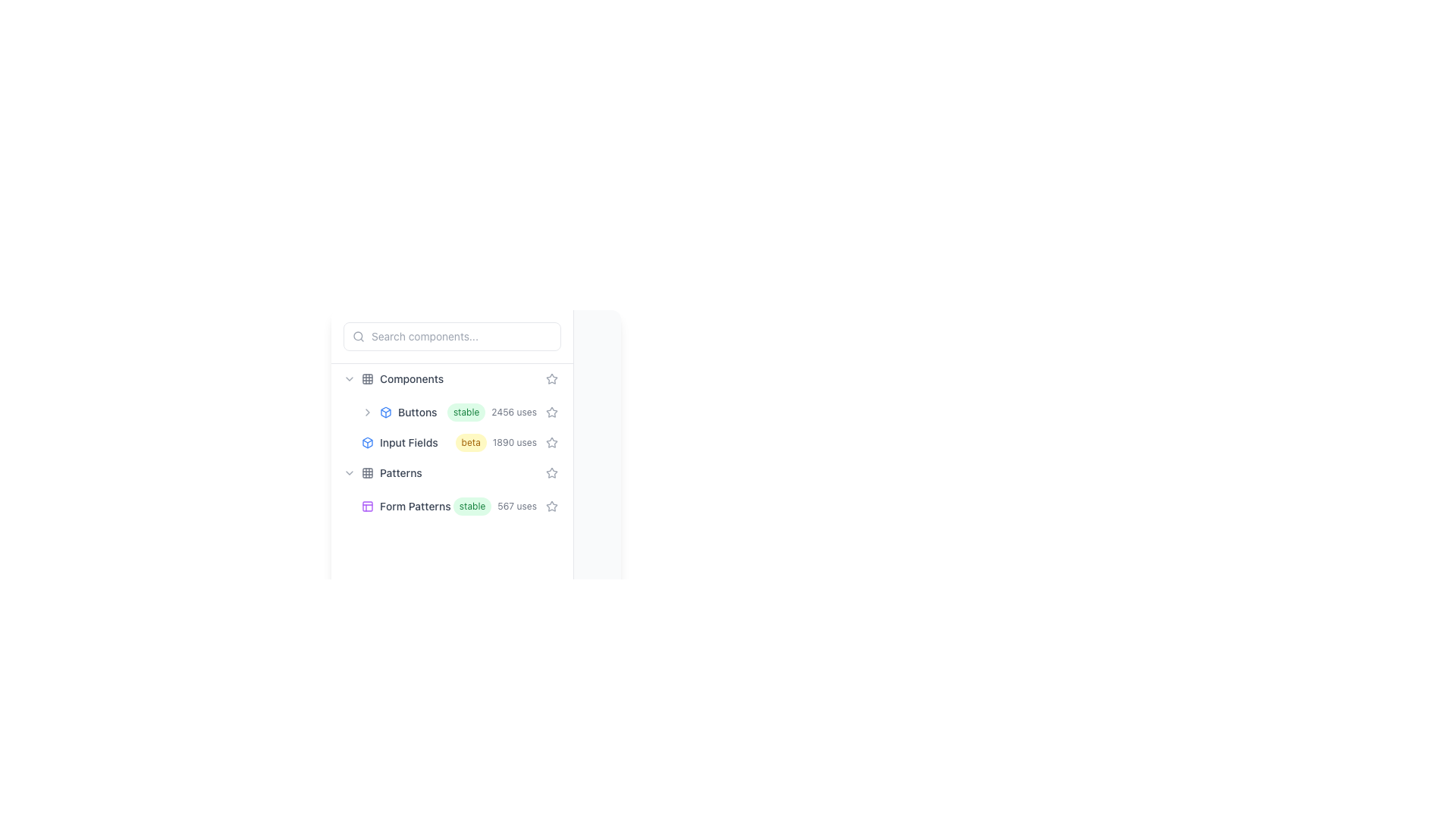 The width and height of the screenshot is (1456, 819). I want to click on the text label displaying '567 uses' that is styled in small gray font under the 'Form Patterns' section for information display, so click(517, 506).